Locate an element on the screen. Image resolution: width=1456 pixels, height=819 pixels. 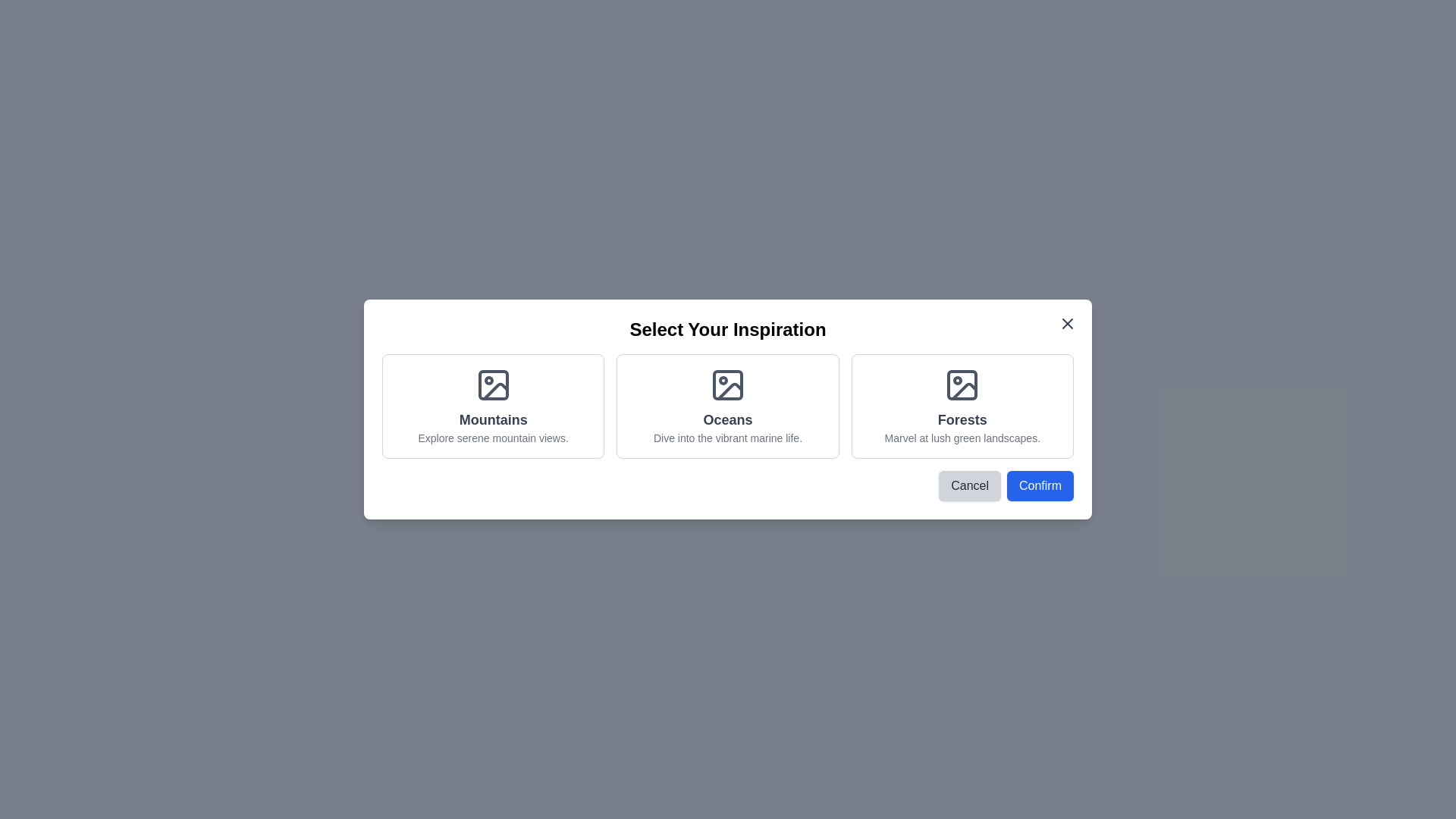
the icon depicting an image symbol, which is centered within the 'Oceans' card in the dialog box is located at coordinates (728, 384).